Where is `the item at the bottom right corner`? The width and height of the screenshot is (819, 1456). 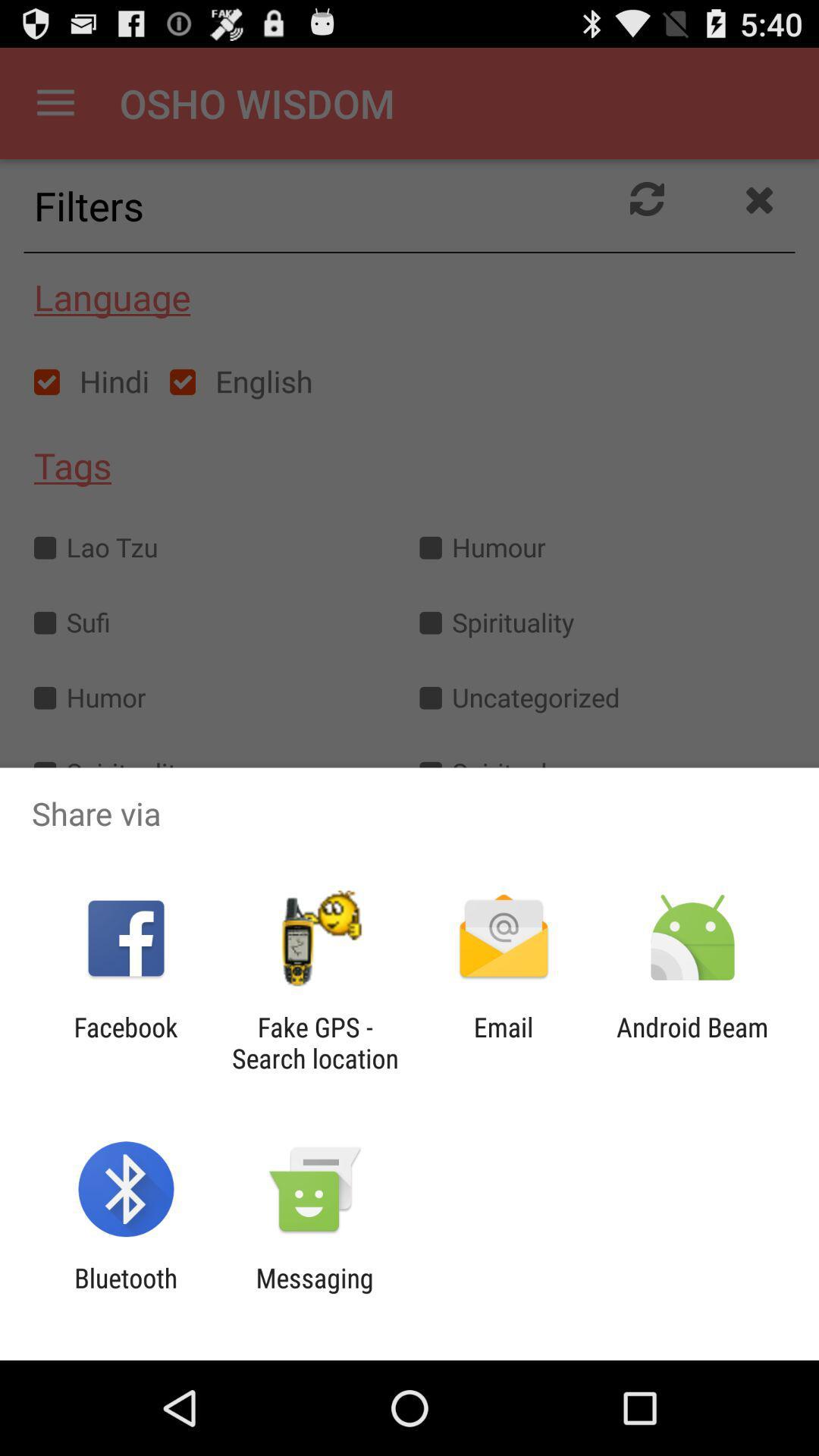 the item at the bottom right corner is located at coordinates (692, 1042).